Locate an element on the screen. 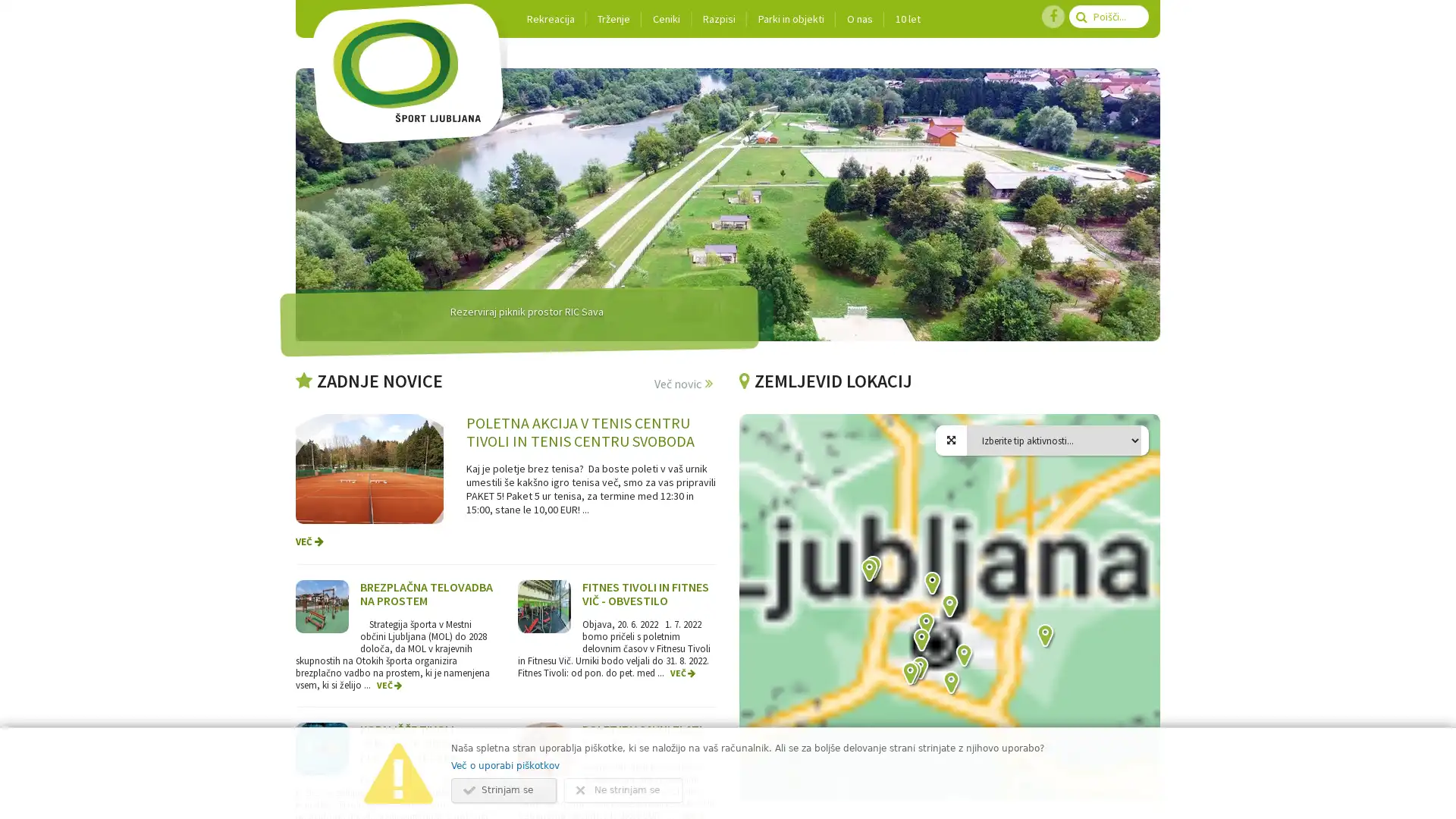  Kako do nas? is located at coordinates (930, 584).